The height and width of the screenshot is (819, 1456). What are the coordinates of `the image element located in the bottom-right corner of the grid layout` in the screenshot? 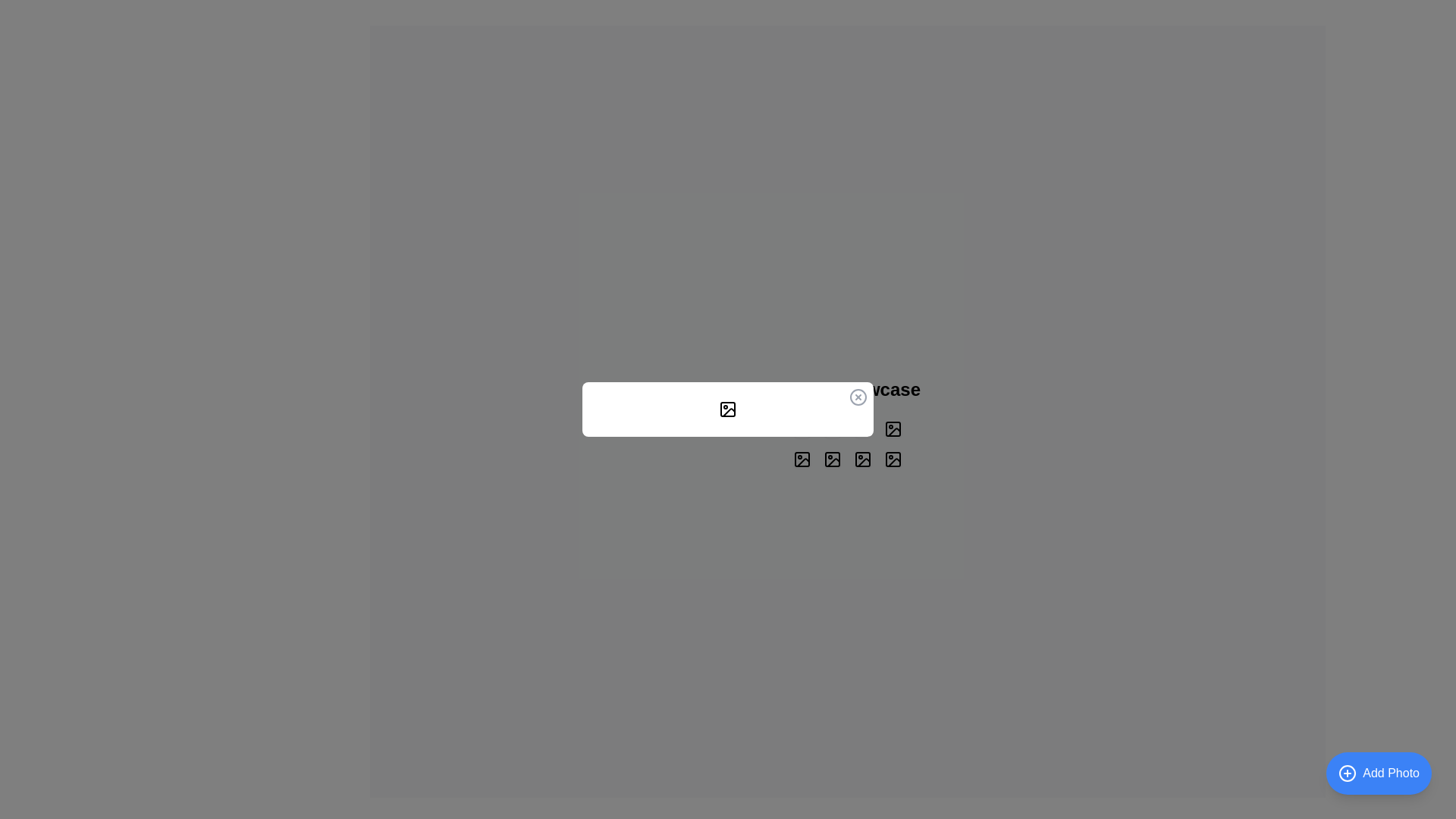 It's located at (801, 458).